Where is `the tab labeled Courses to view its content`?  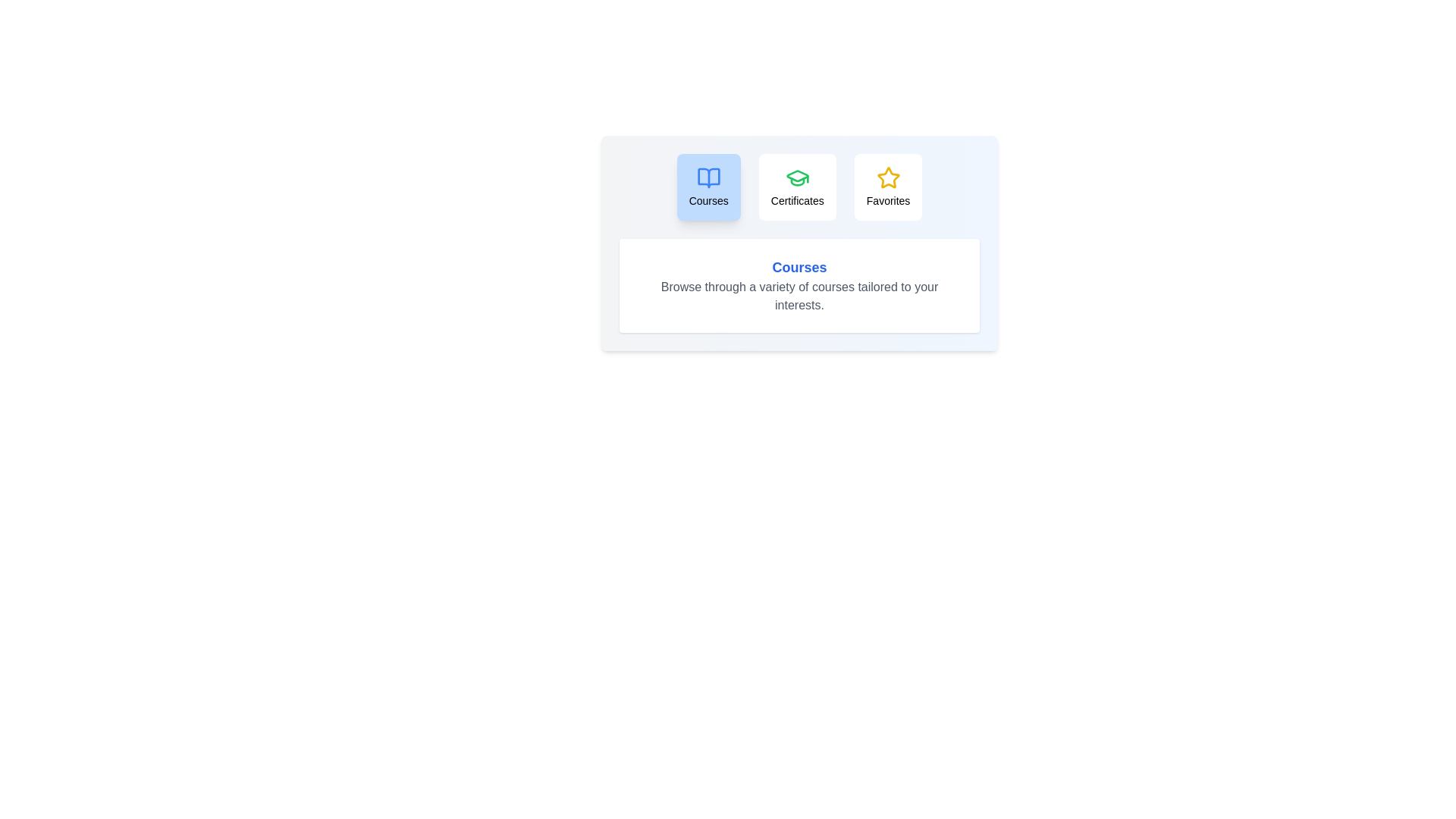
the tab labeled Courses to view its content is located at coordinates (708, 186).